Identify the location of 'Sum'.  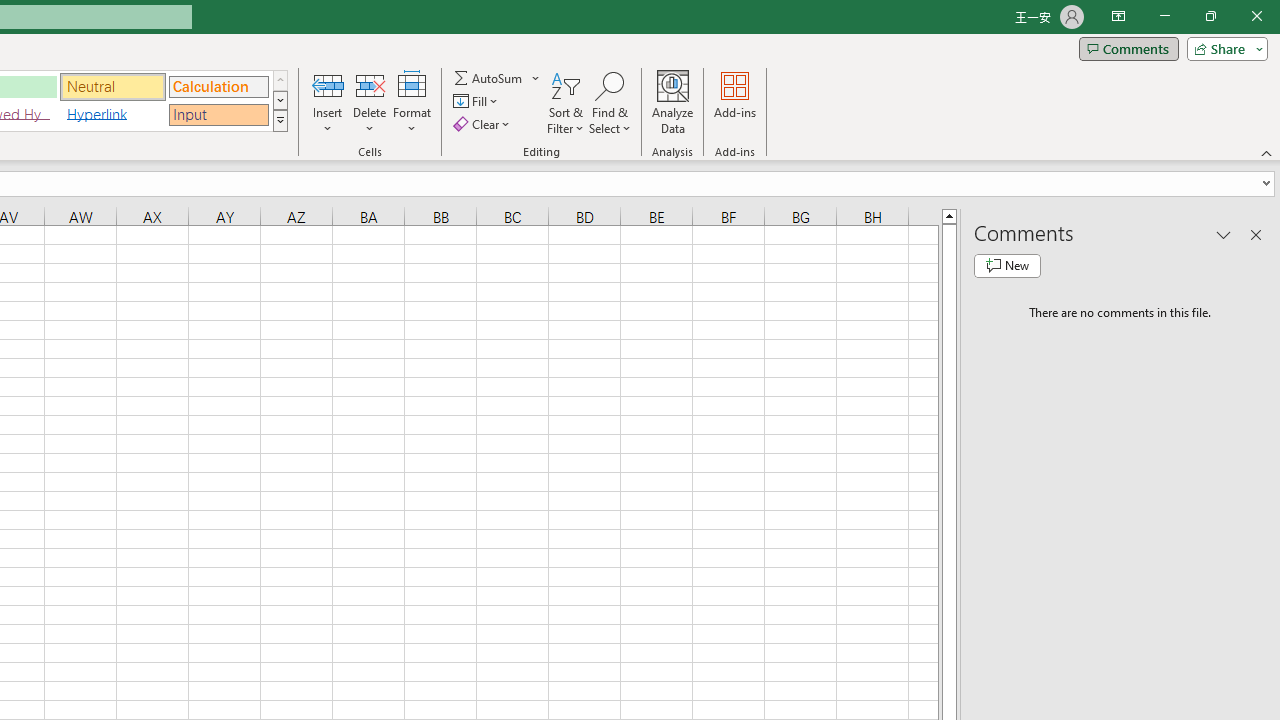
(489, 77).